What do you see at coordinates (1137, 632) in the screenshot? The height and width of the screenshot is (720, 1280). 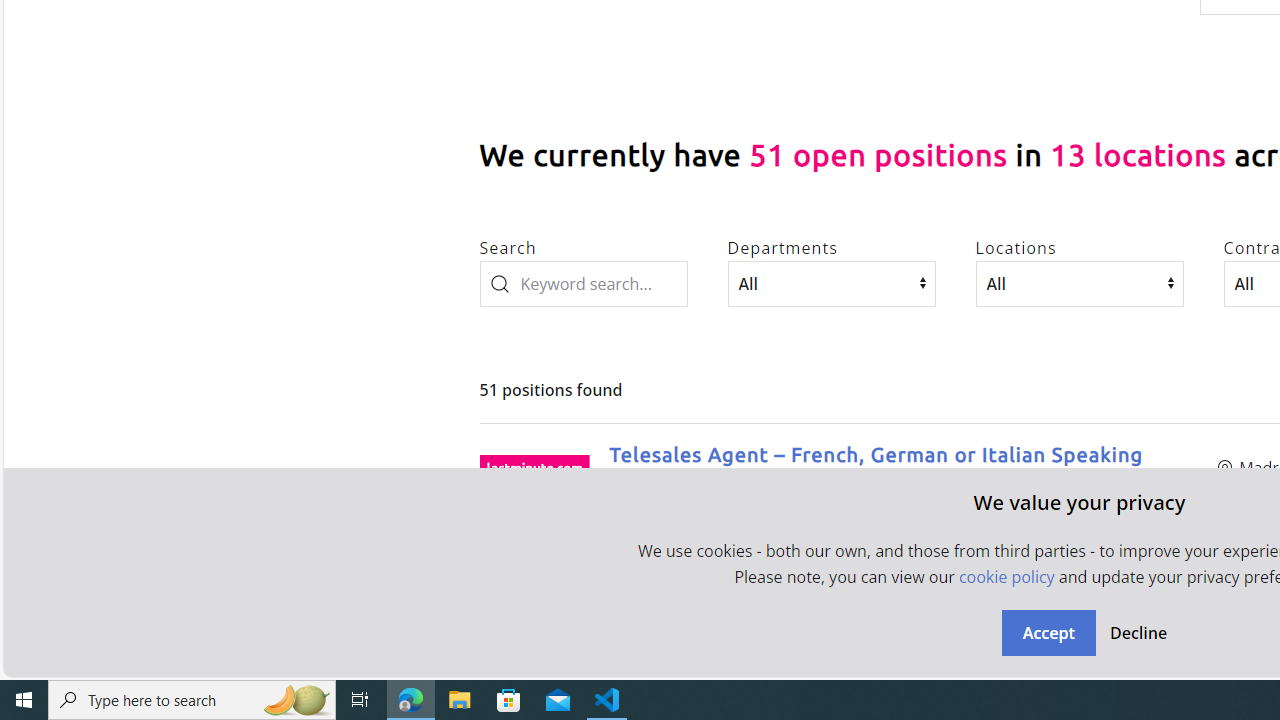 I see `'Decline'` at bounding box center [1137, 632].